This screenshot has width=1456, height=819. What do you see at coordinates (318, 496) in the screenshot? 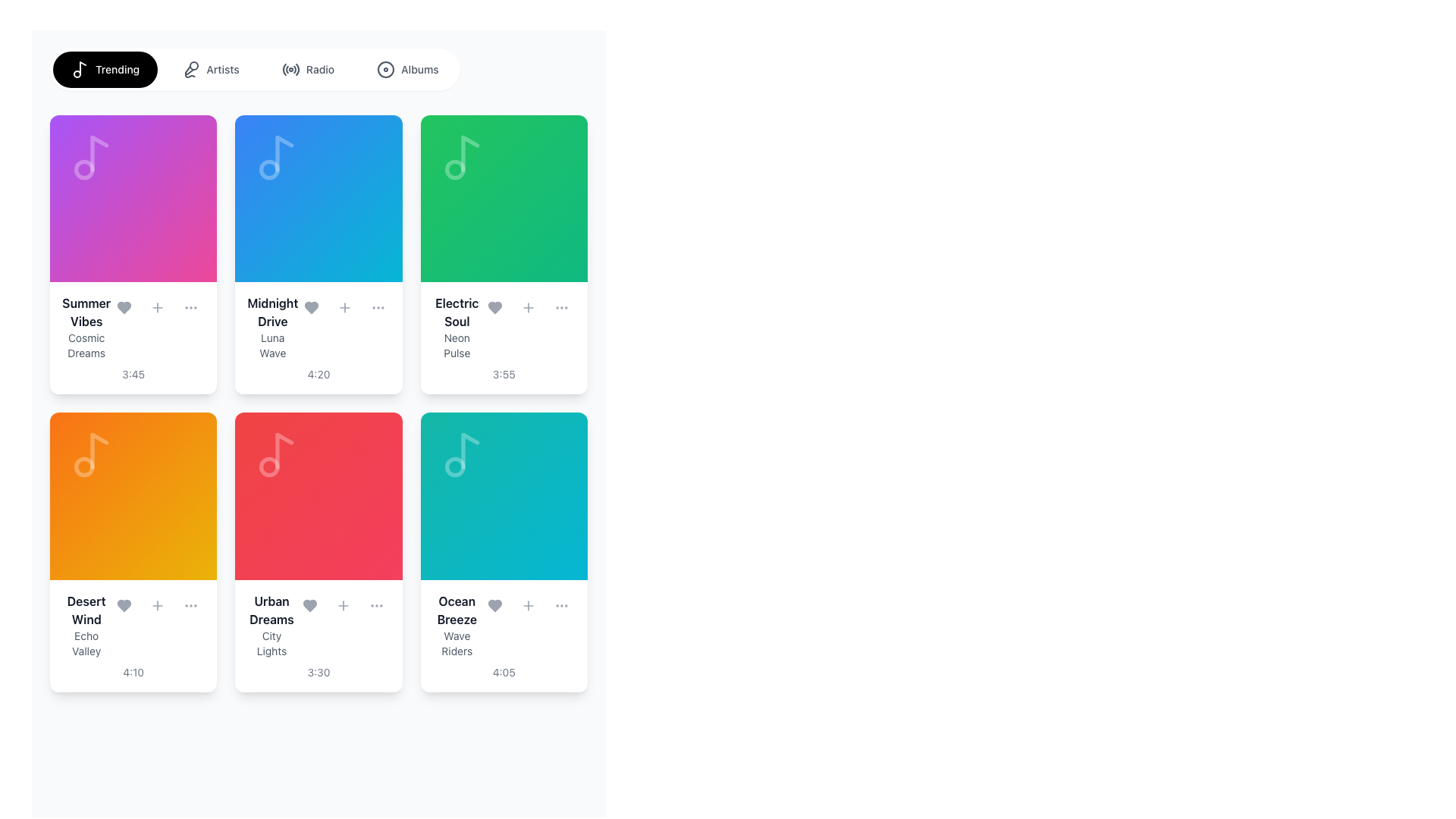
I see `the square card with a gradient background transitioning from red to rose, which contains a translucent musical note icon in the top-left corner, located in the second row and second column of the grid layout` at bounding box center [318, 496].